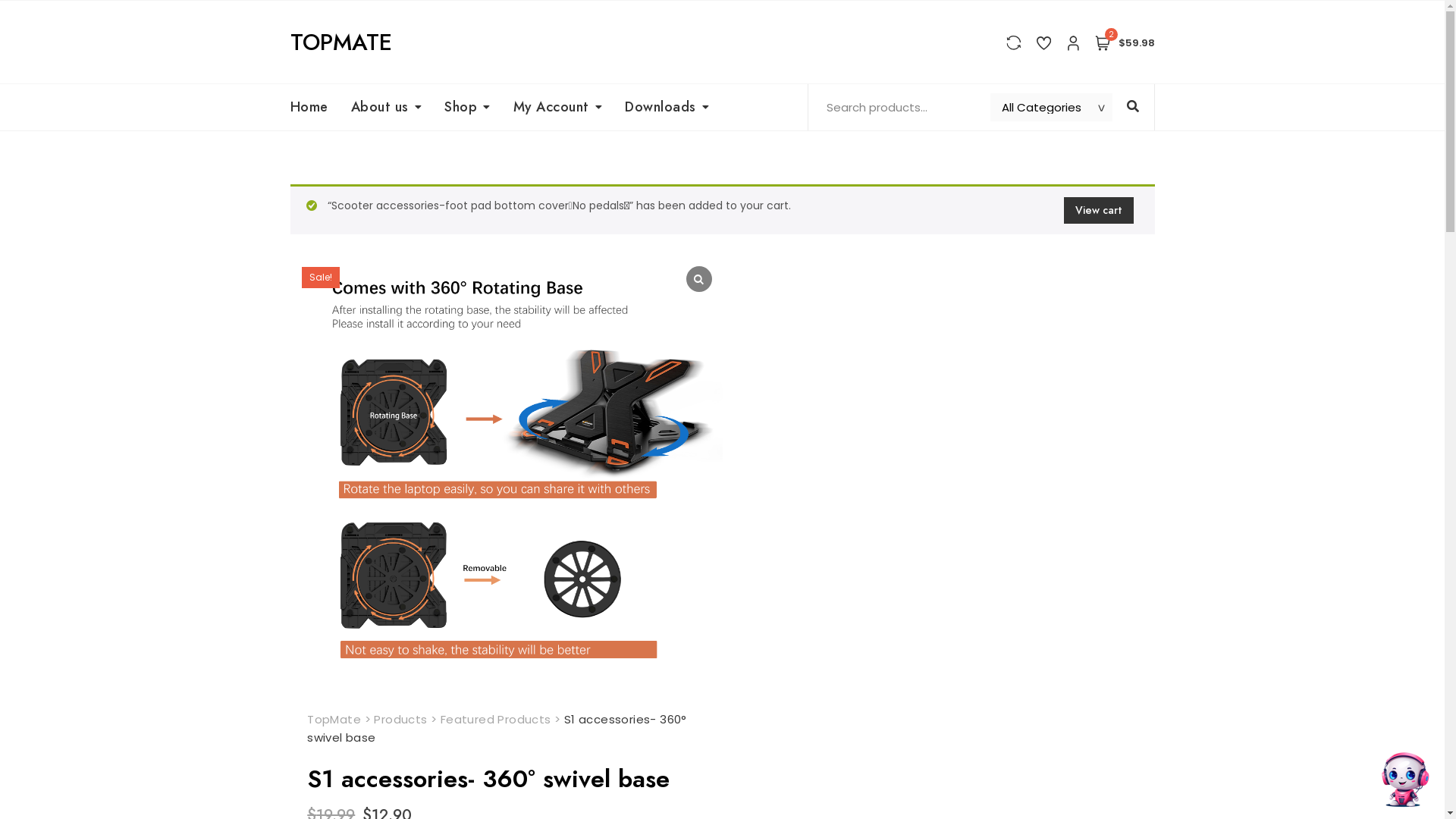  I want to click on 'View cart', so click(1098, 210).